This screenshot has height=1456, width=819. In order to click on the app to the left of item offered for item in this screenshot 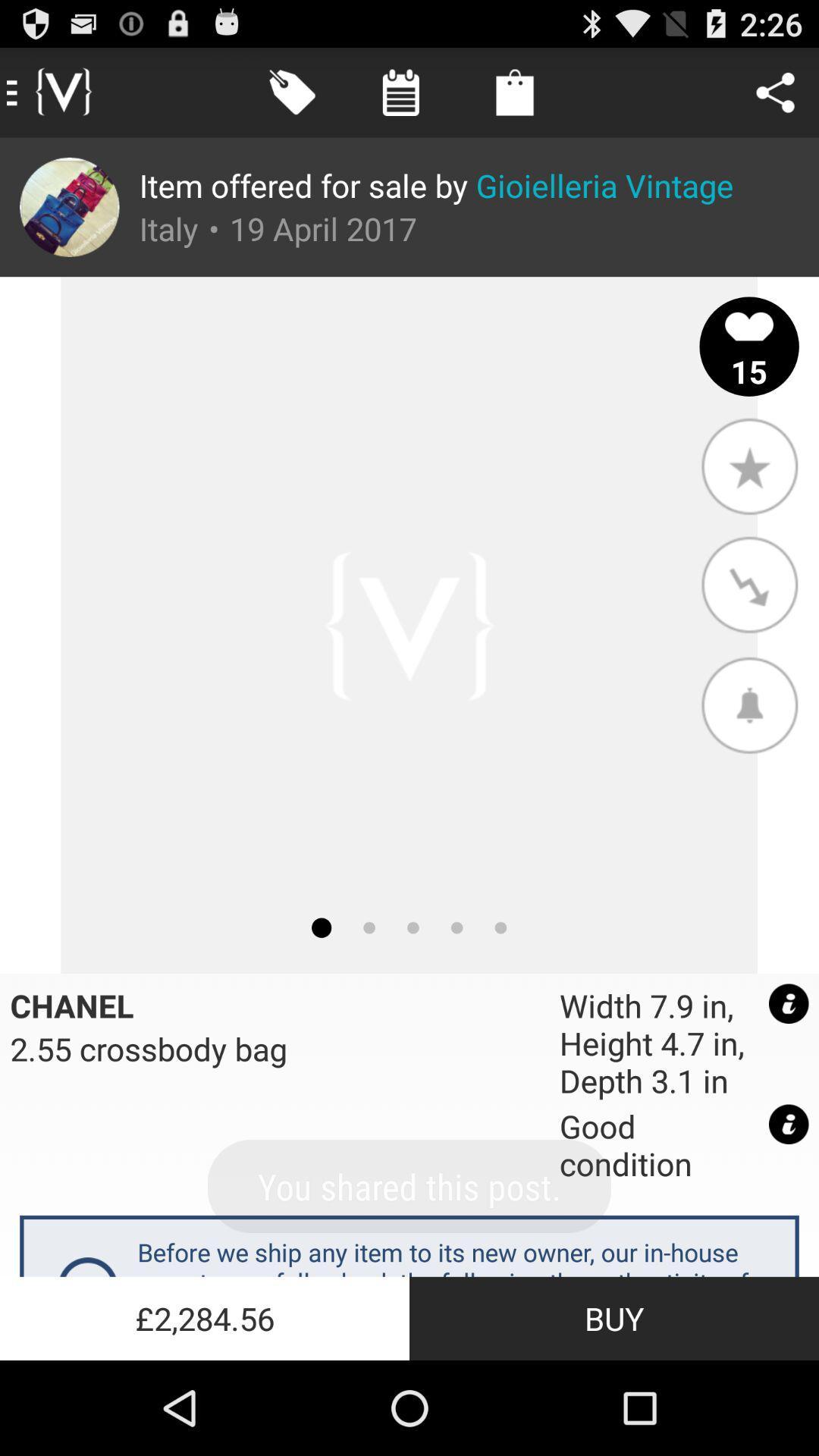, I will do `click(69, 206)`.